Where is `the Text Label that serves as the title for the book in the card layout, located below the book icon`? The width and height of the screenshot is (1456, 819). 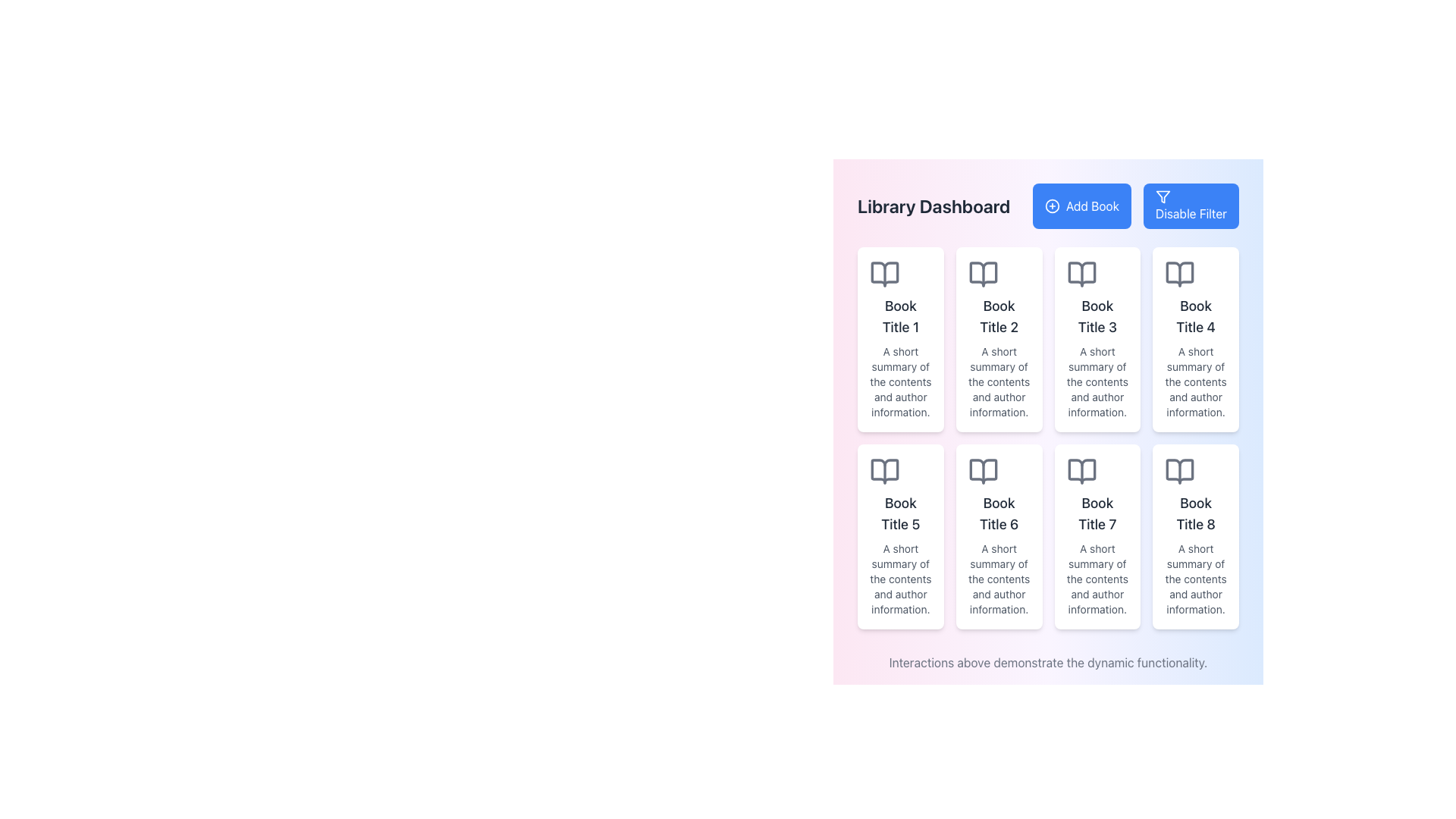
the Text Label that serves as the title for the book in the card layout, located below the book icon is located at coordinates (999, 315).